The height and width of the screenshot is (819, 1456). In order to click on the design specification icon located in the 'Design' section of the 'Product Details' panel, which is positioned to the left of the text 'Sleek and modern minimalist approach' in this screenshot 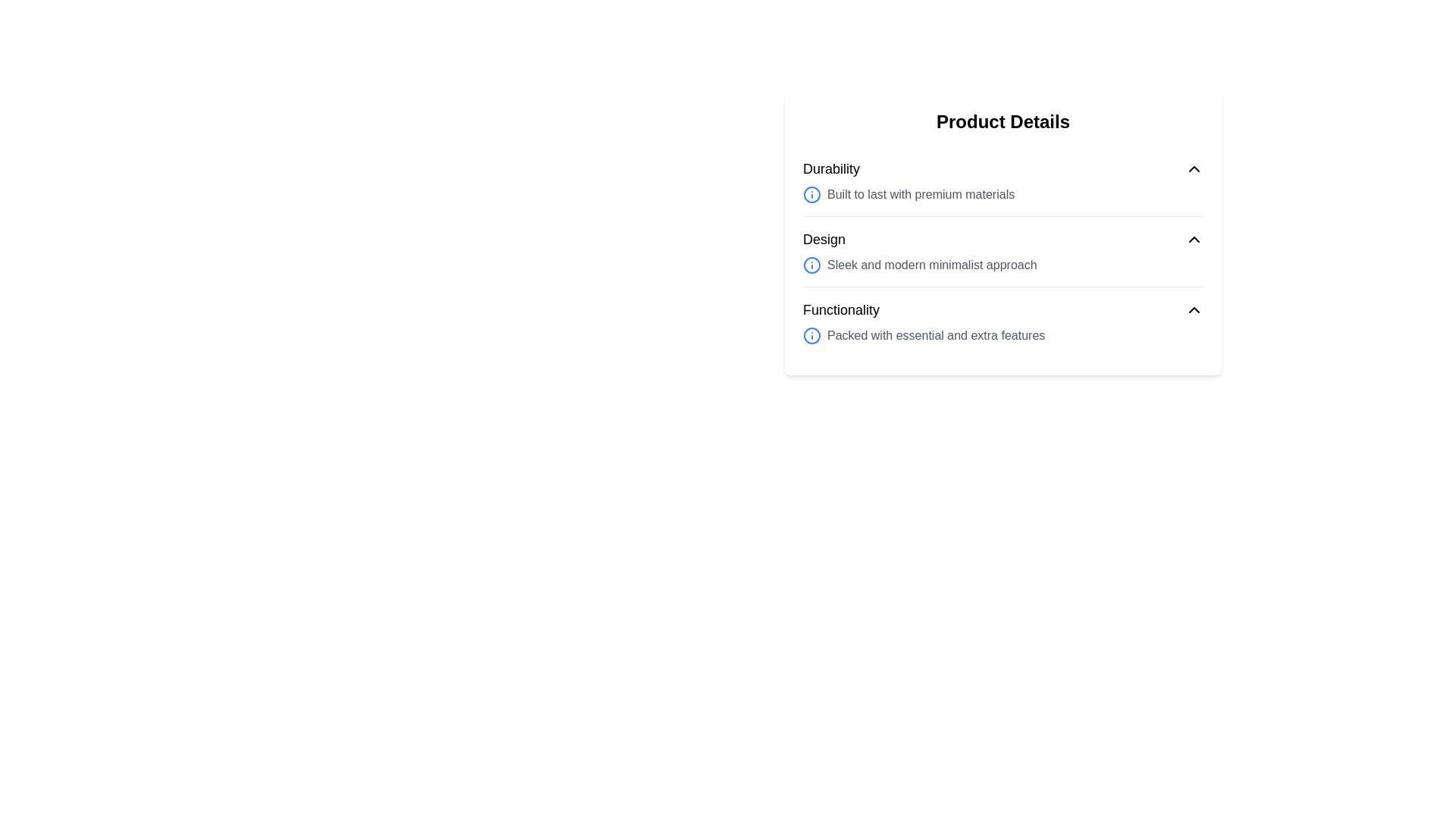, I will do `click(811, 265)`.